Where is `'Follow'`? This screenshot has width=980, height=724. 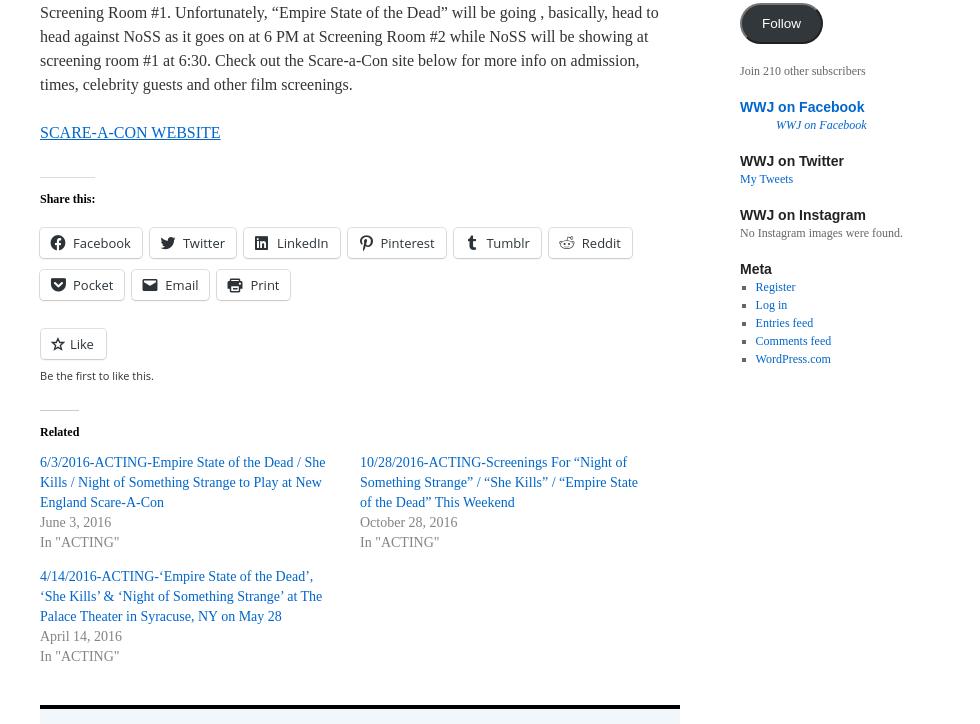 'Follow' is located at coordinates (780, 23).